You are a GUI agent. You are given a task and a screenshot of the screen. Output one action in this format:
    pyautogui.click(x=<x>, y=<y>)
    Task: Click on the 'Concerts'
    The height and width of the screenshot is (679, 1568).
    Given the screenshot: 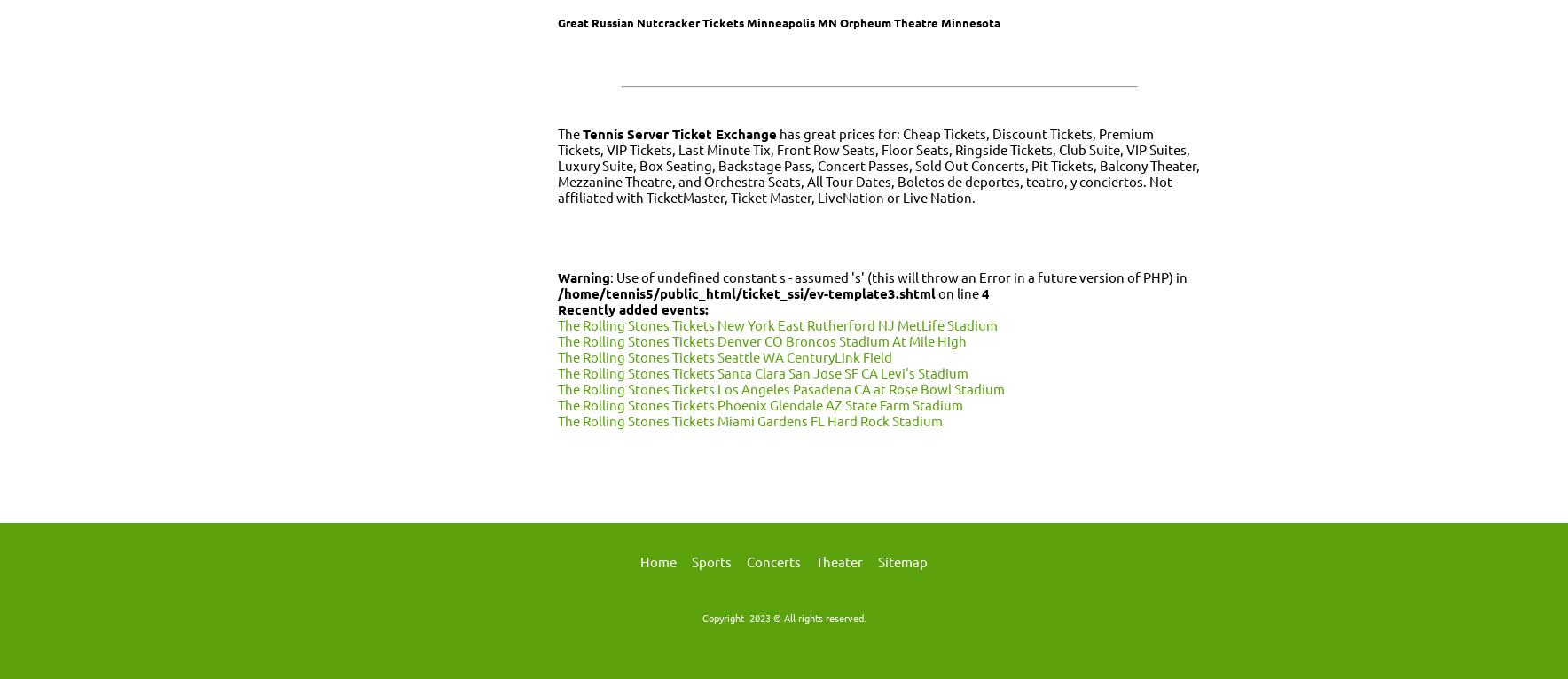 What is the action you would take?
    pyautogui.click(x=773, y=560)
    